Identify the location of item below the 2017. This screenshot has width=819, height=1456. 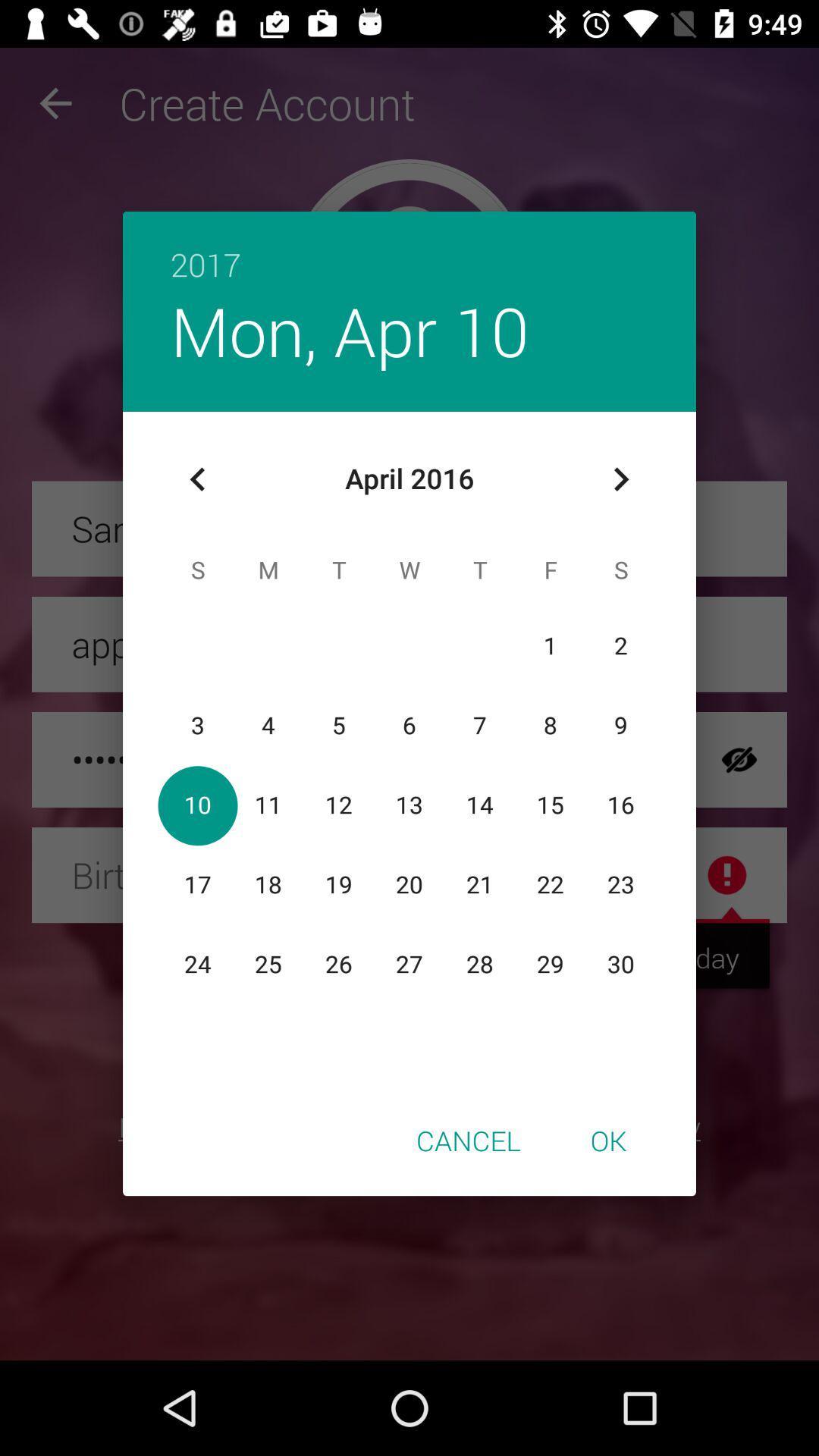
(620, 479).